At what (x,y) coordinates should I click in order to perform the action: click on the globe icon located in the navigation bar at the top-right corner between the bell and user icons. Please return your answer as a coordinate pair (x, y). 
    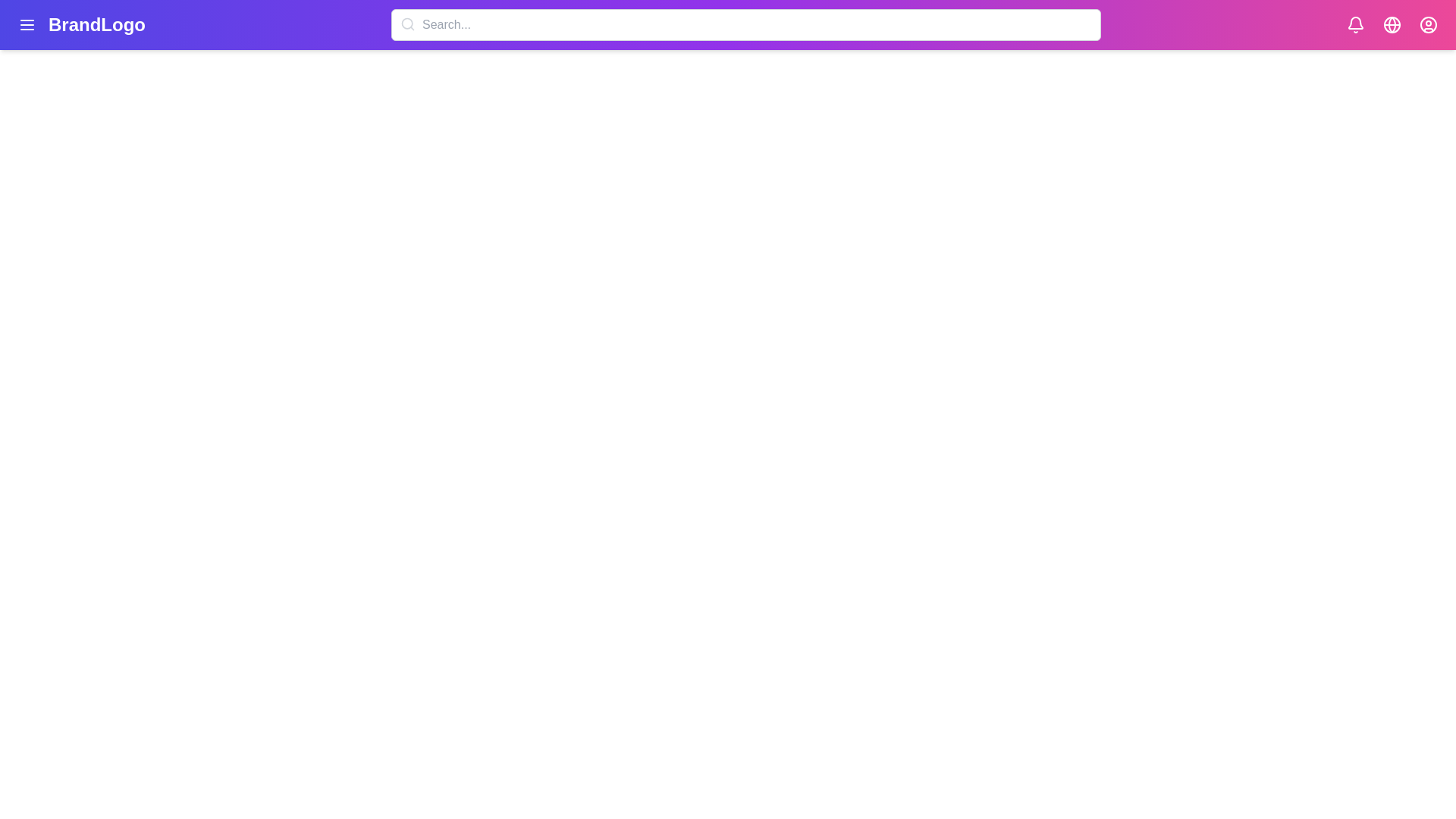
    Looking at the image, I should click on (1392, 25).